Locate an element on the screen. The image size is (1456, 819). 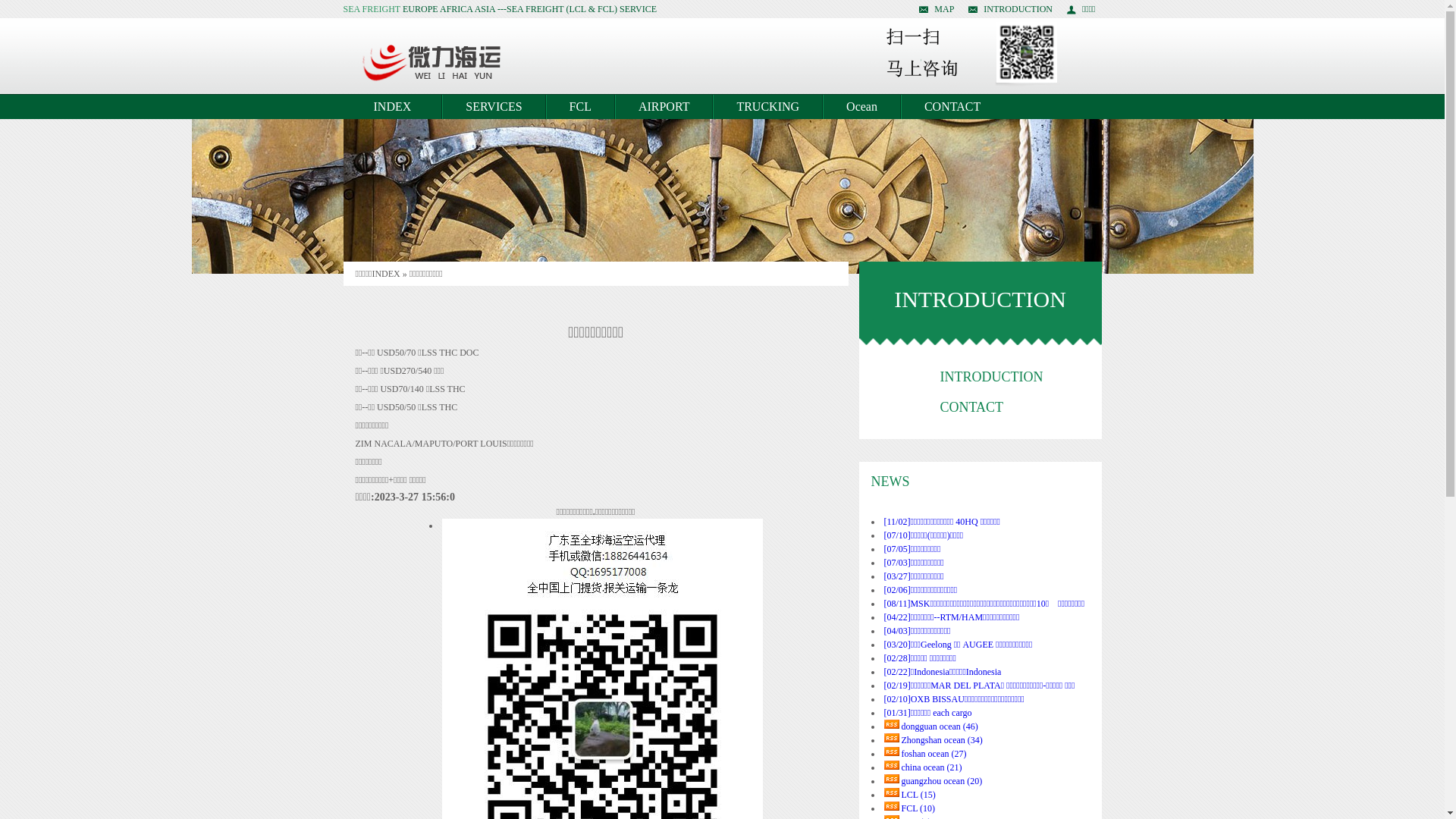
'INDEX' is located at coordinates (385, 274).